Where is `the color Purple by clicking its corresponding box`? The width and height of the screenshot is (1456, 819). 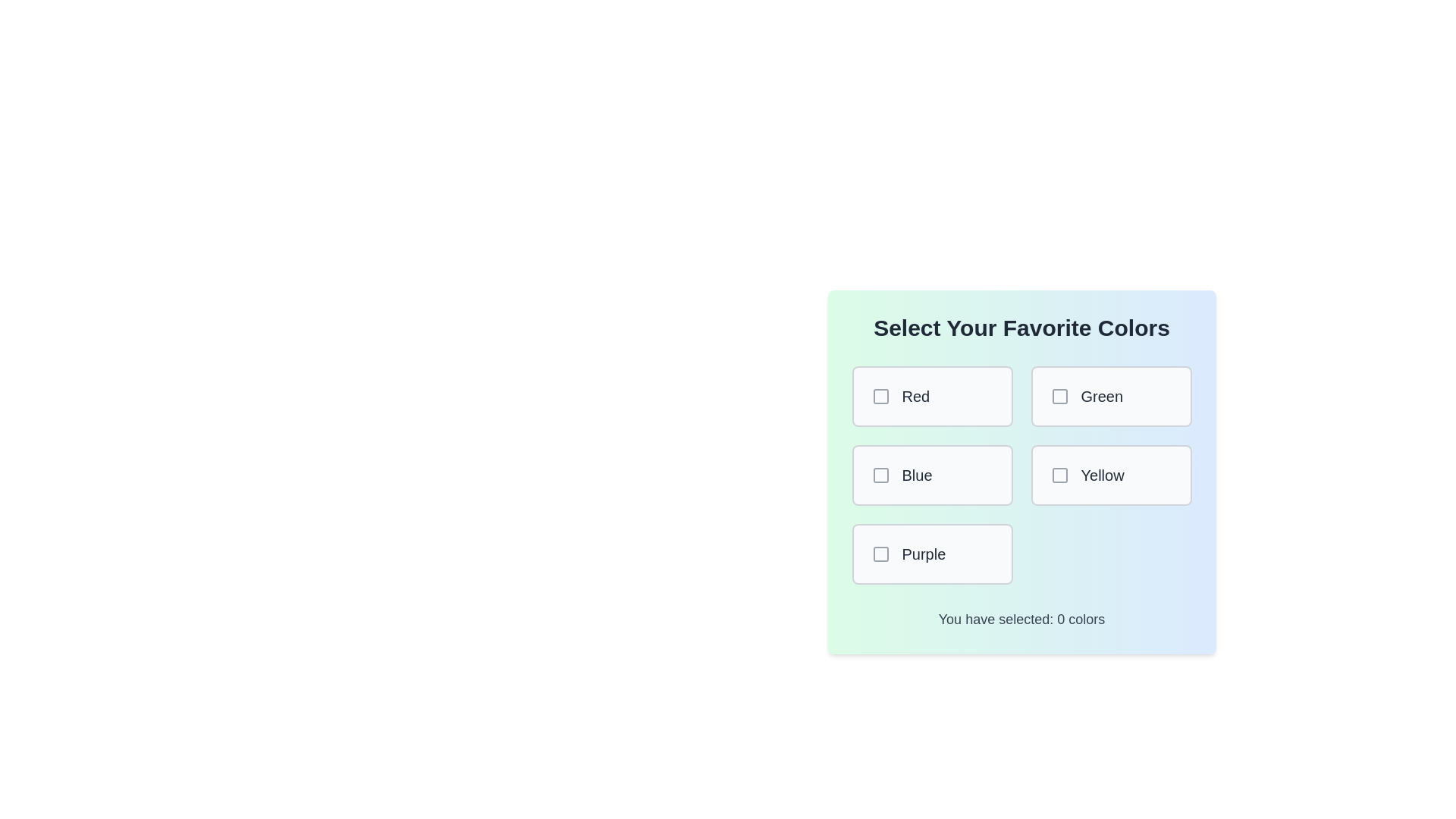
the color Purple by clicking its corresponding box is located at coordinates (931, 554).